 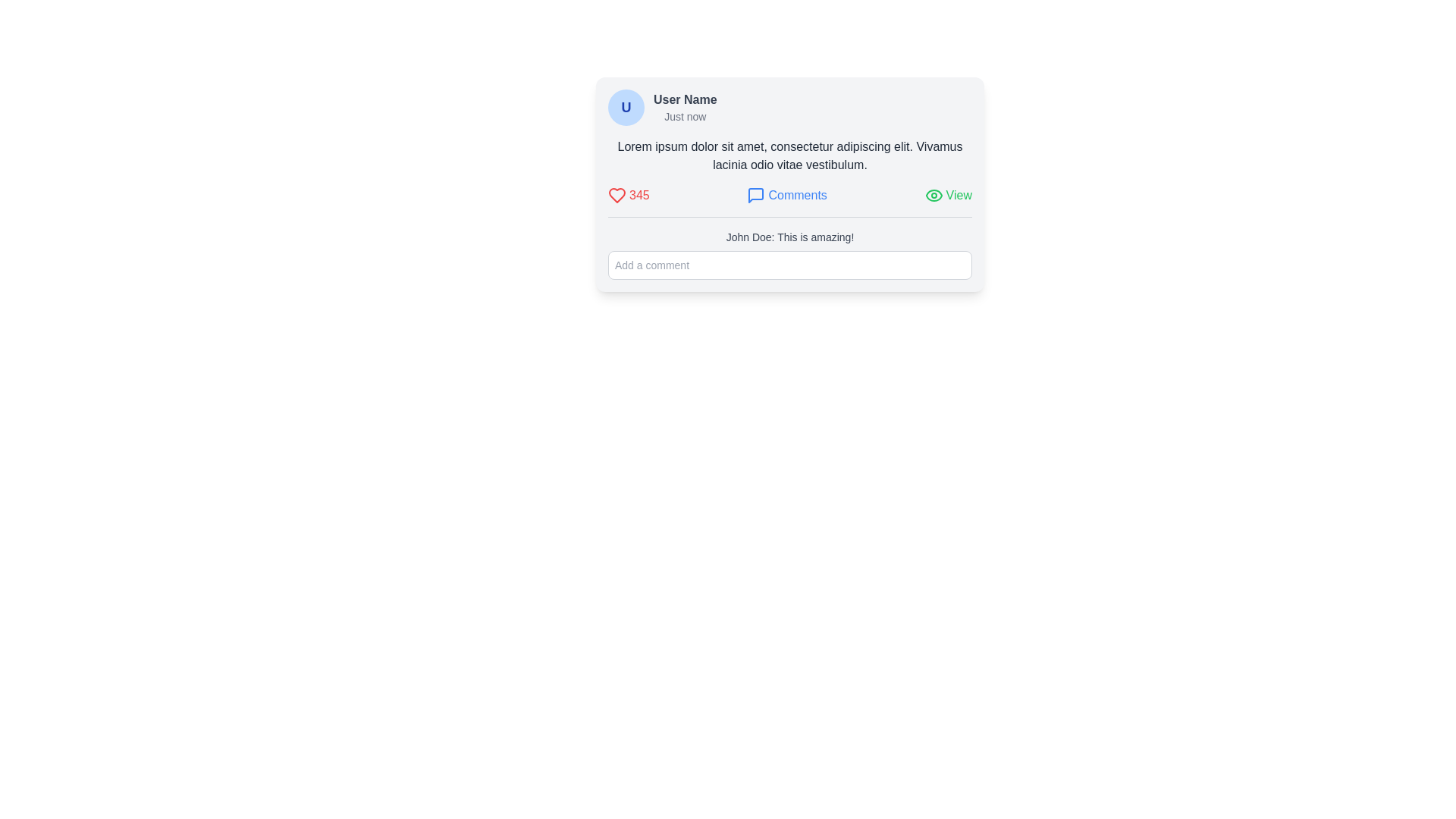 I want to click on the Interactive count display element that shows a red heart icon followed by the number '345' in red text, indicating a liking or favoriting feature, so click(x=629, y=195).